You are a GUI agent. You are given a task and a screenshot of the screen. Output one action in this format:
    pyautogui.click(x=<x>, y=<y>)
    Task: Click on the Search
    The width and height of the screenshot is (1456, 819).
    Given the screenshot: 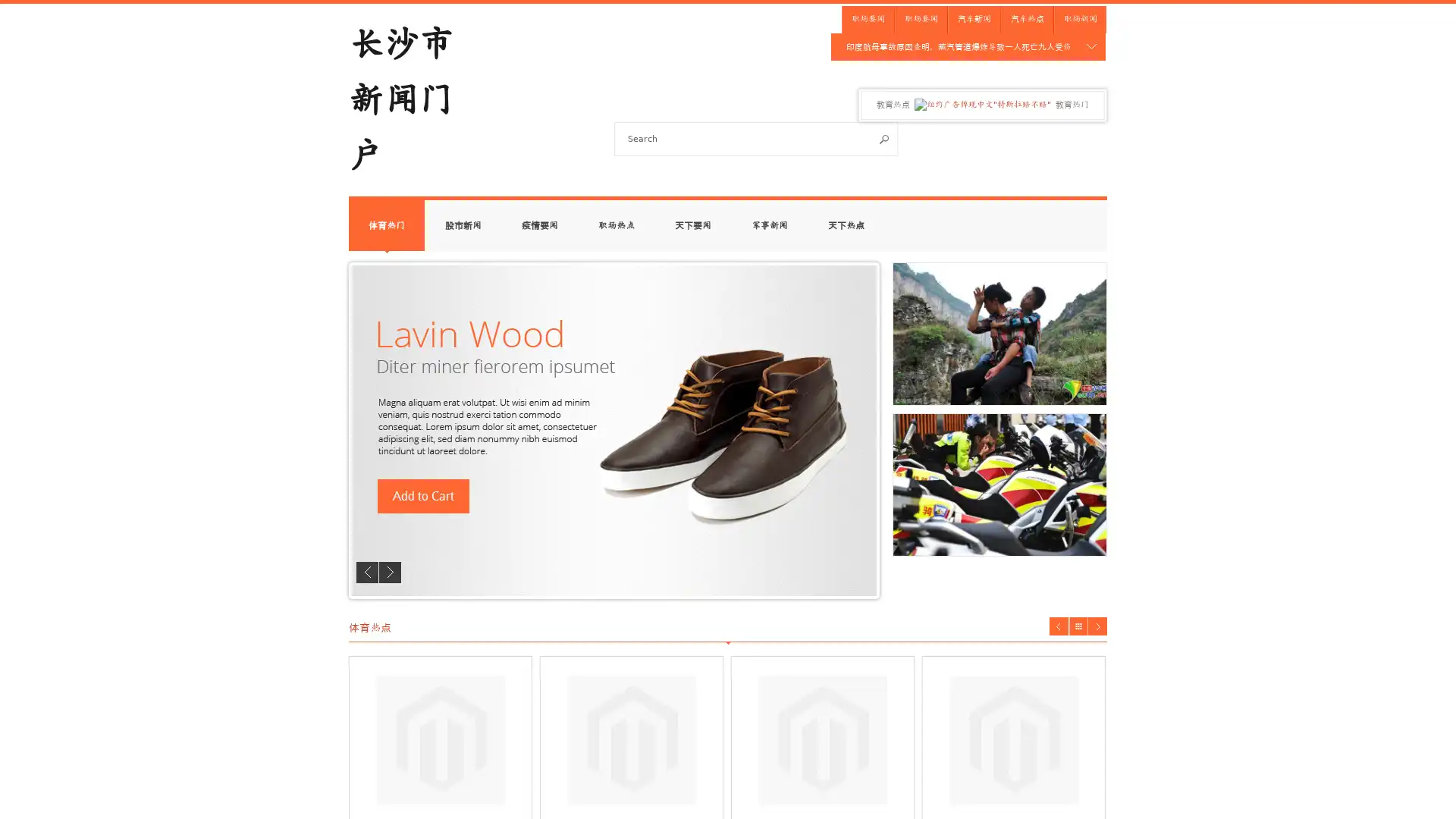 What is the action you would take?
    pyautogui.click(x=884, y=139)
    